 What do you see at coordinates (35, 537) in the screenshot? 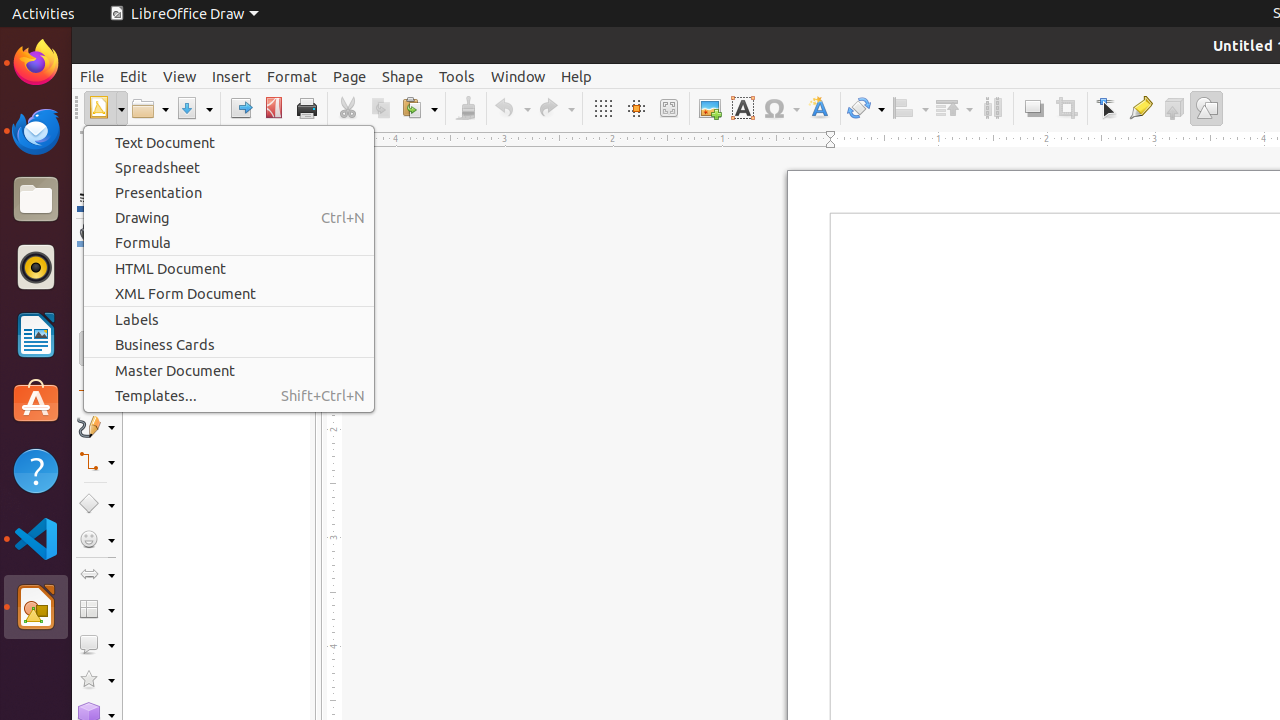
I see `'Visual Studio Code'` at bounding box center [35, 537].